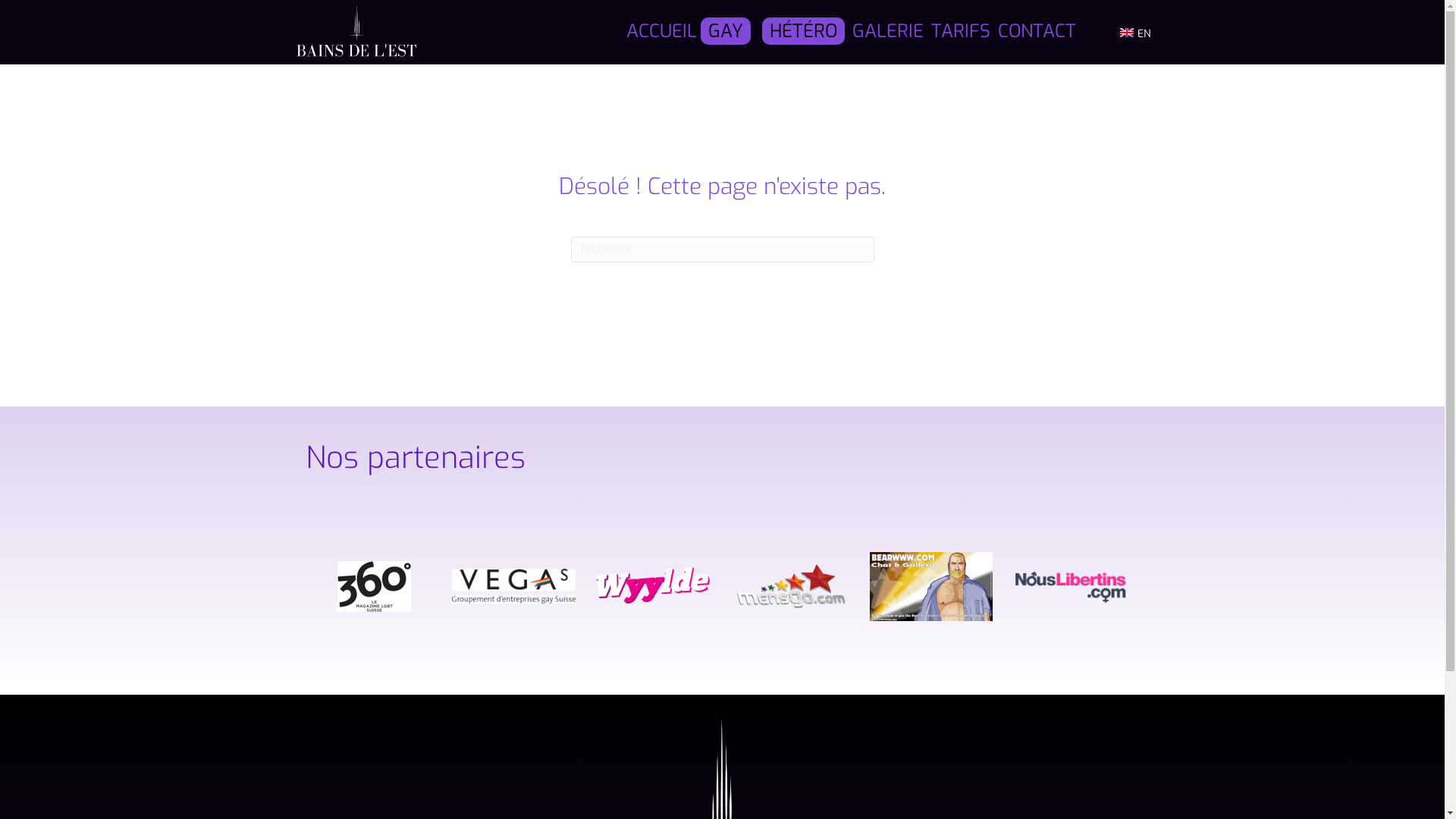 This screenshot has width=1456, height=819. What do you see at coordinates (700, 31) in the screenshot?
I see `'GAY'` at bounding box center [700, 31].